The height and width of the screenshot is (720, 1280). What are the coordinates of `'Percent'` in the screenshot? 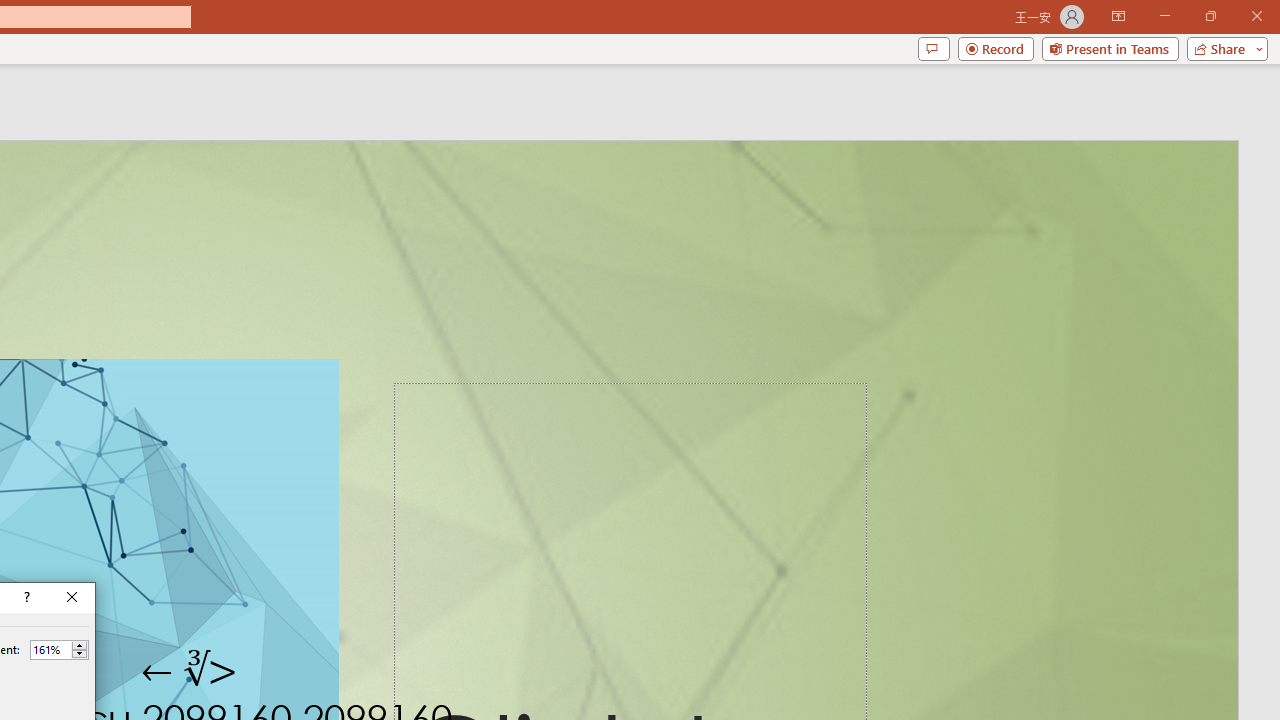 It's located at (59, 650).